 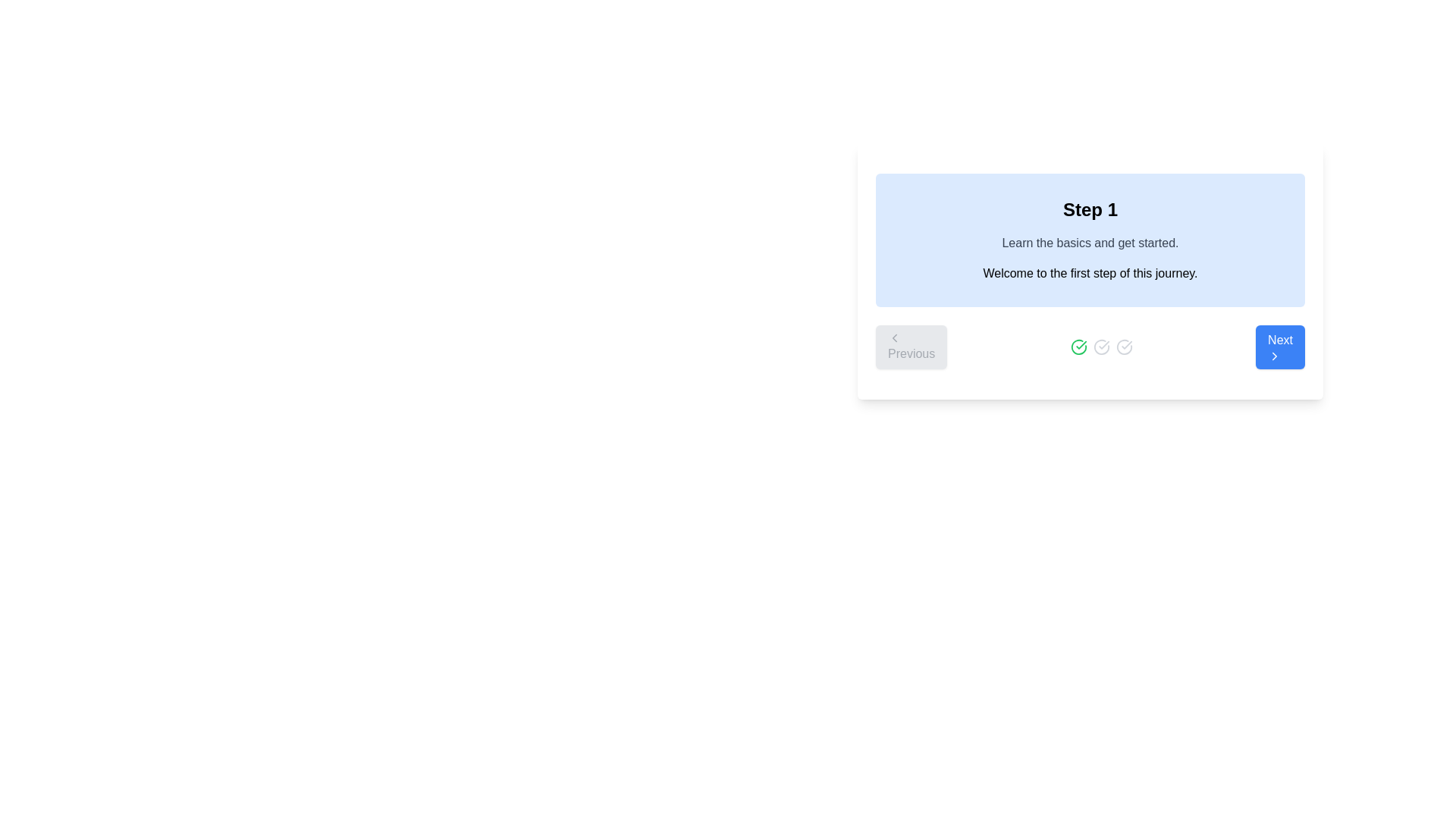 What do you see at coordinates (1274, 356) in the screenshot?
I see `the design of the small, right-pointing chevron icon used for navigation, which is located within the 'Next' button at the bottom-right corner of the interface` at bounding box center [1274, 356].